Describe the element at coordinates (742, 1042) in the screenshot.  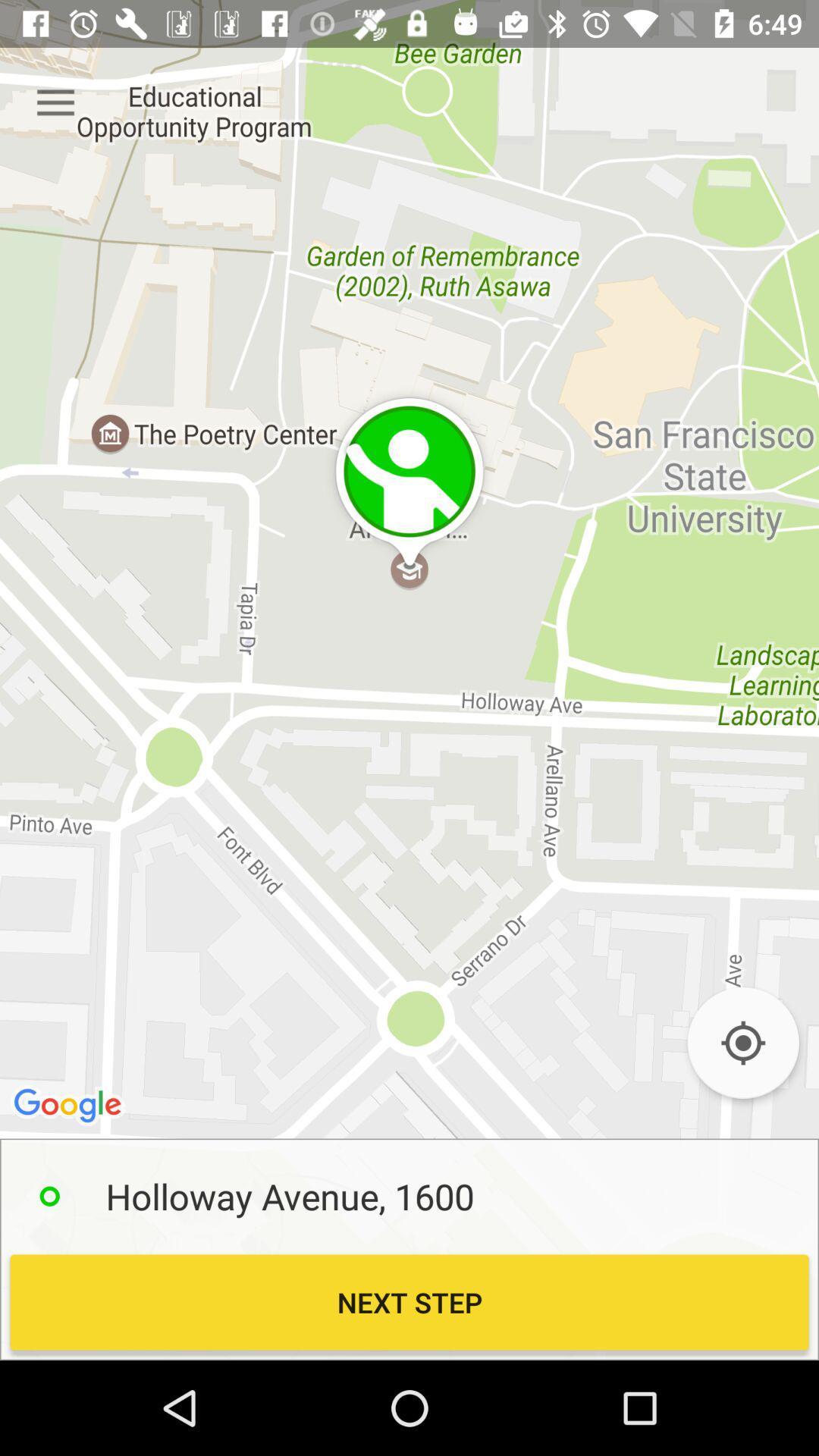
I see `previous` at that location.